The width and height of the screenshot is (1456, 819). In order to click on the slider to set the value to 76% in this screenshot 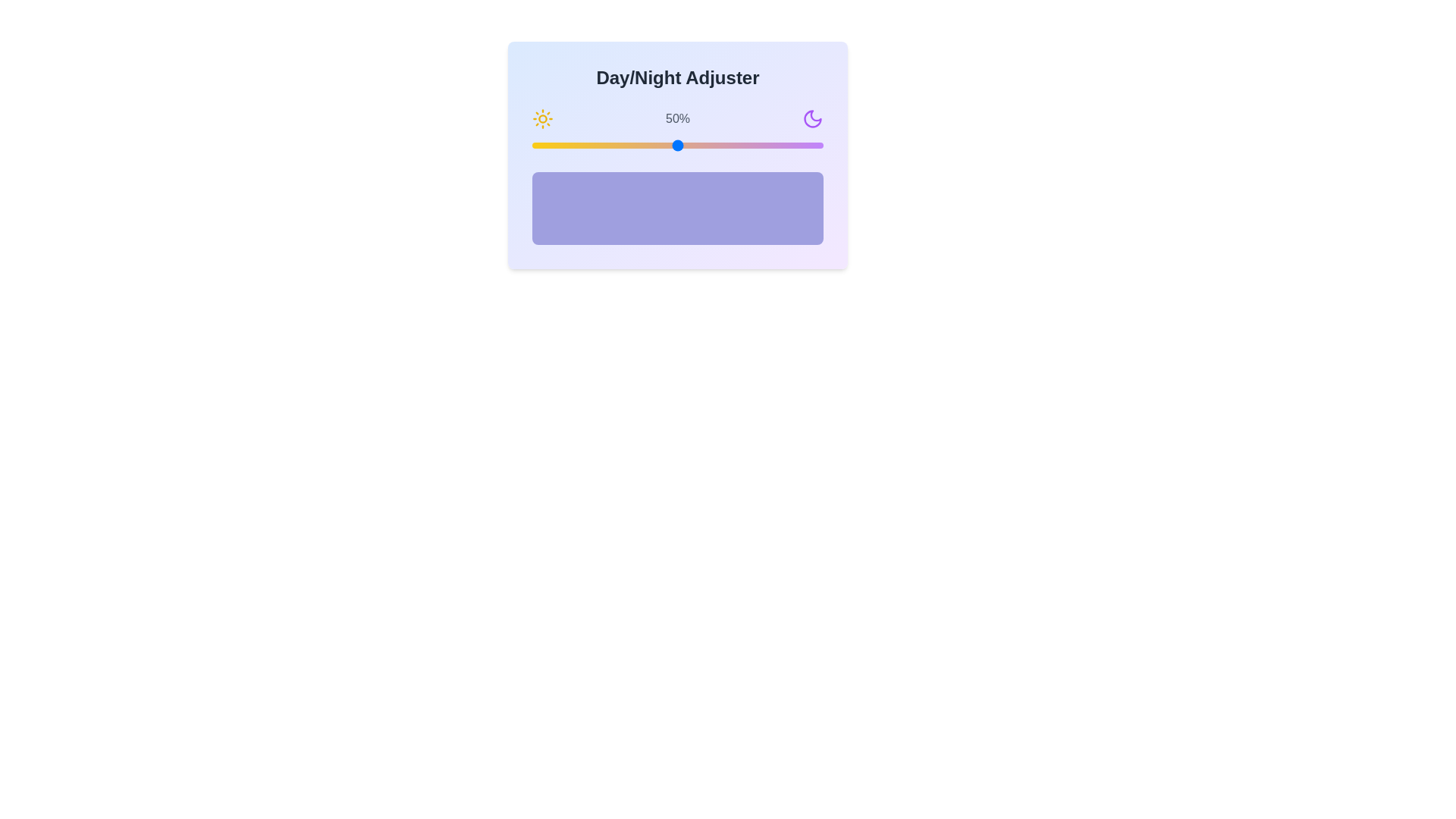, I will do `click(753, 146)`.